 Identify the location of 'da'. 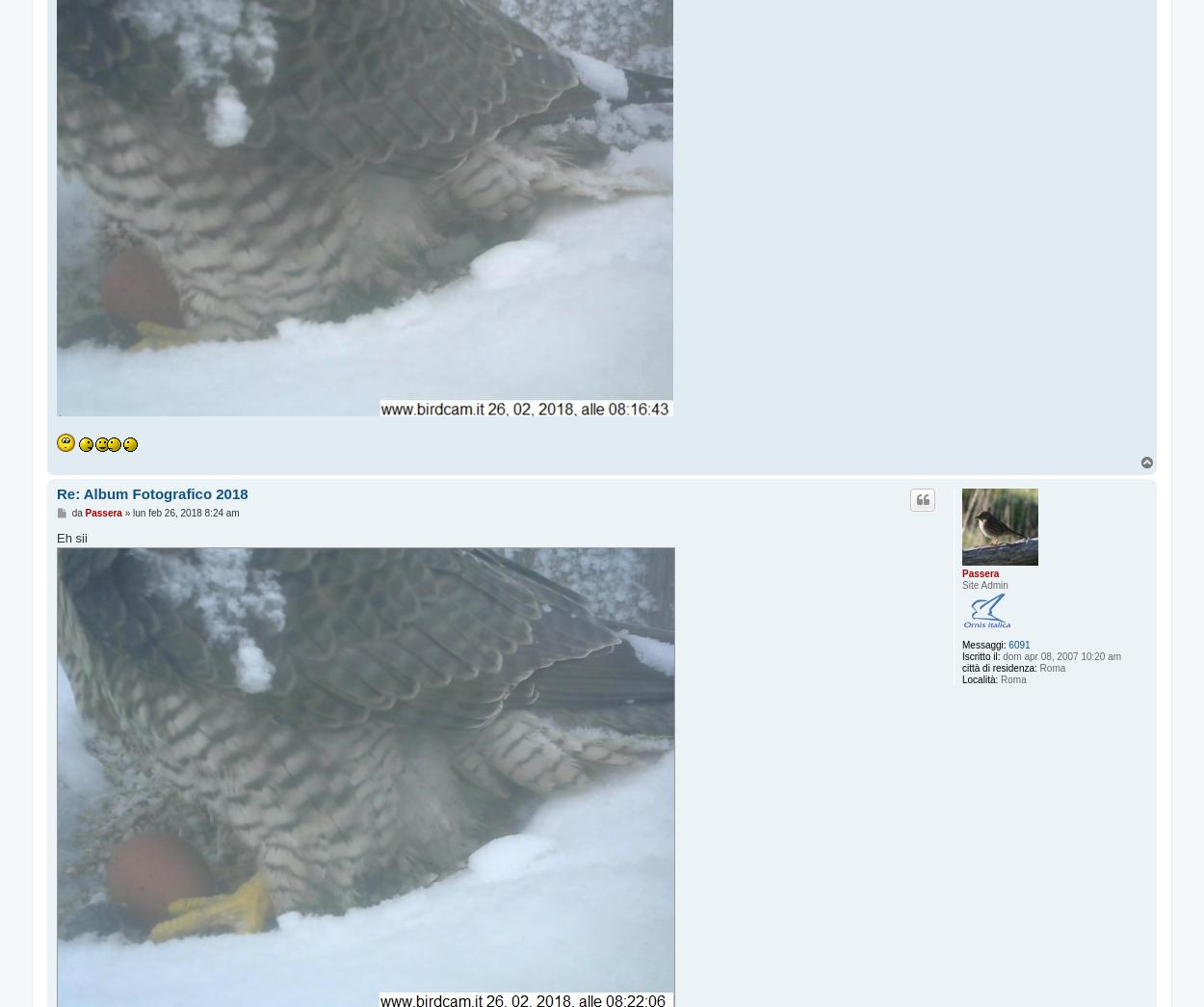
(77, 512).